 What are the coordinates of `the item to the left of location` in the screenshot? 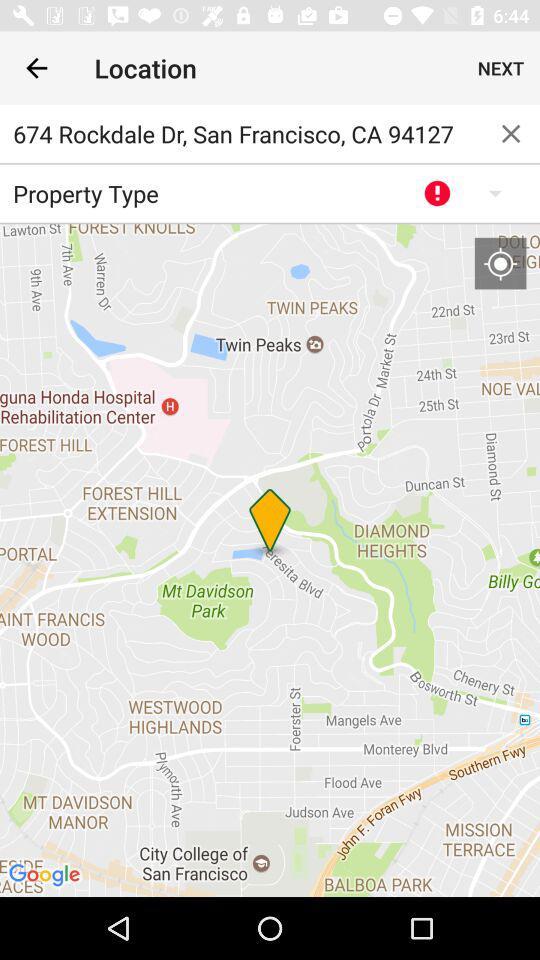 It's located at (36, 68).